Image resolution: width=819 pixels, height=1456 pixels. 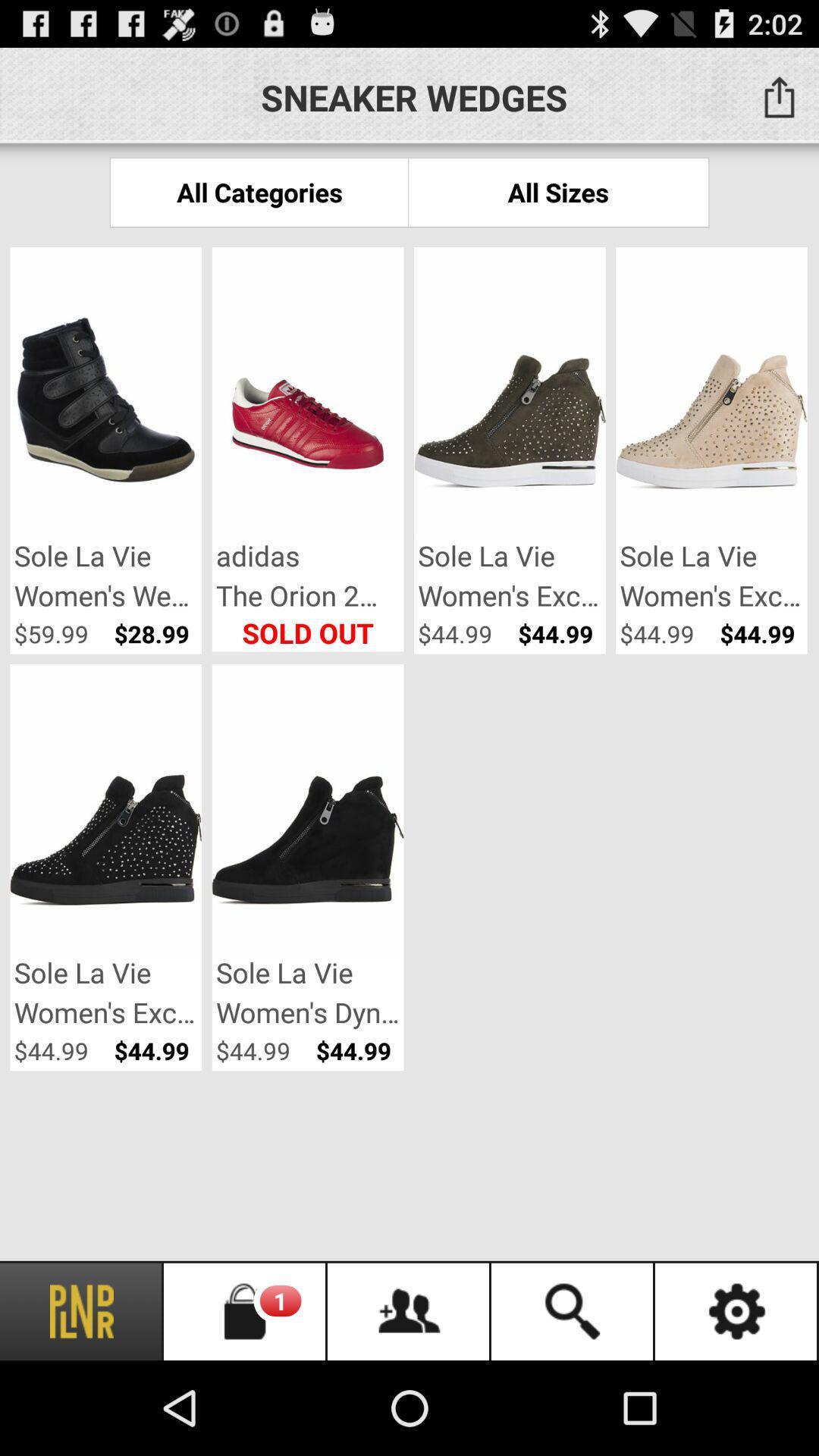 I want to click on the all categories item, so click(x=259, y=191).